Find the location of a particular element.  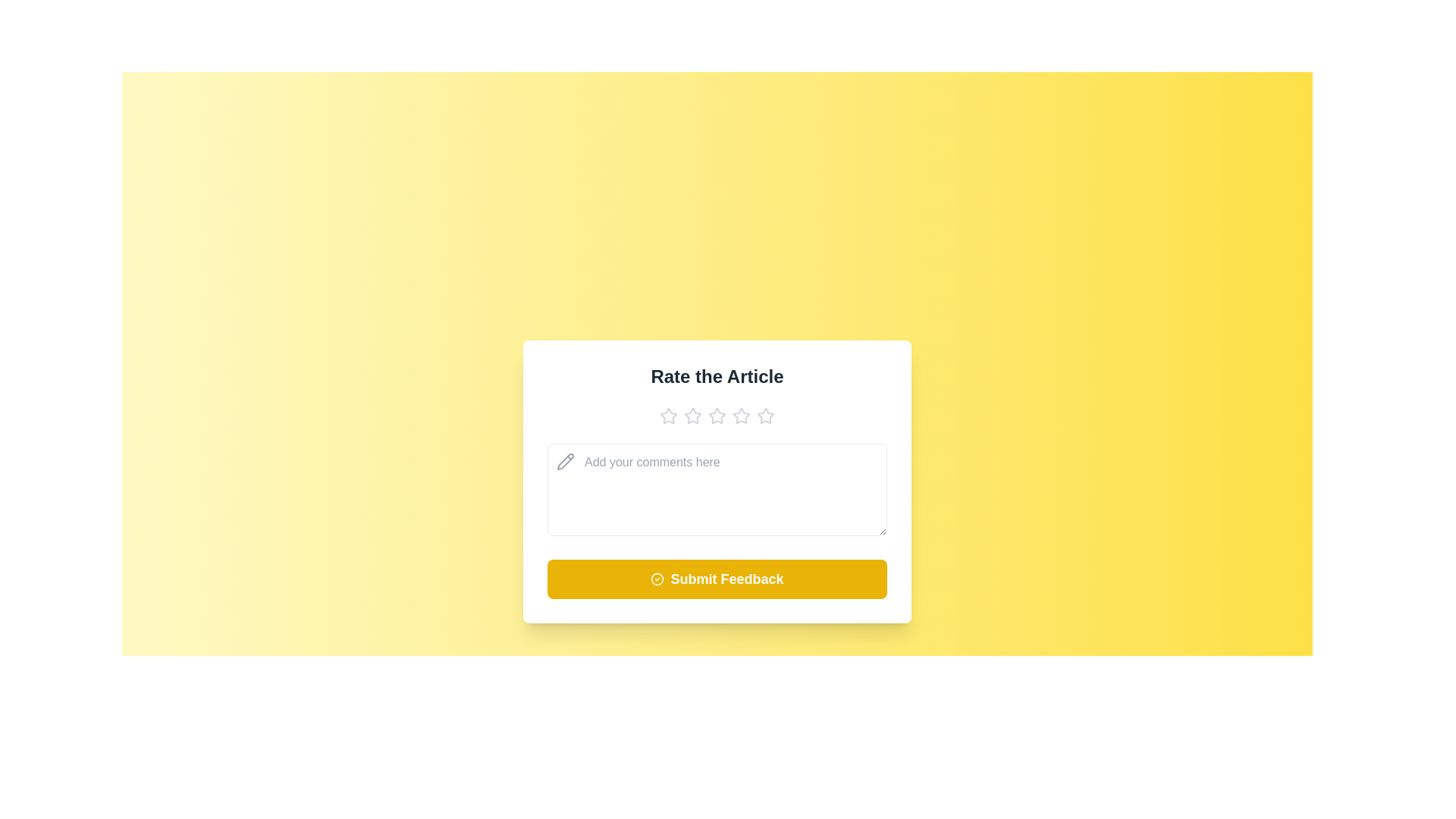

the first star icon is located at coordinates (668, 415).